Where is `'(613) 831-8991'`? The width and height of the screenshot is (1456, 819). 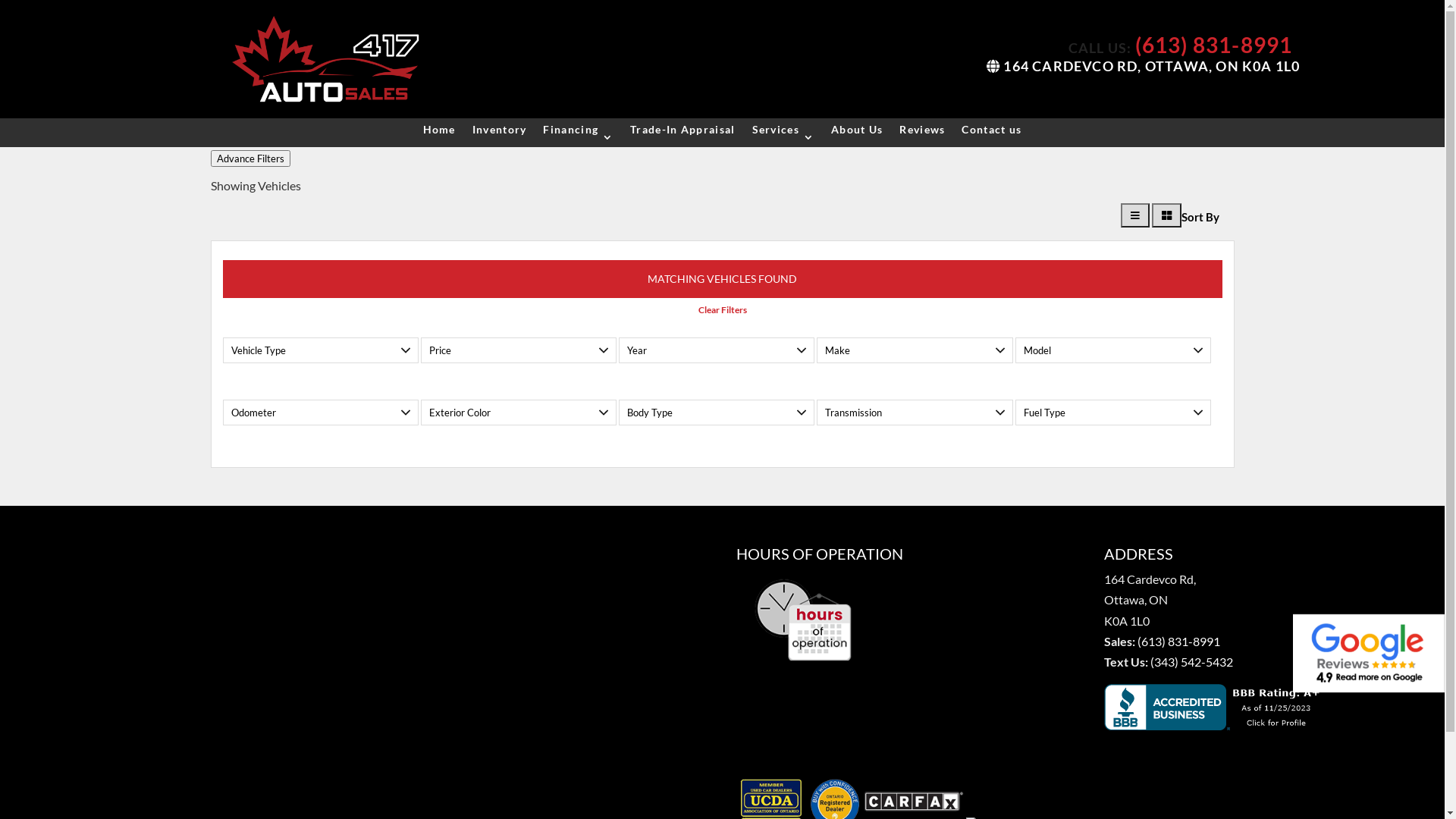
'(613) 831-8991' is located at coordinates (1214, 43).